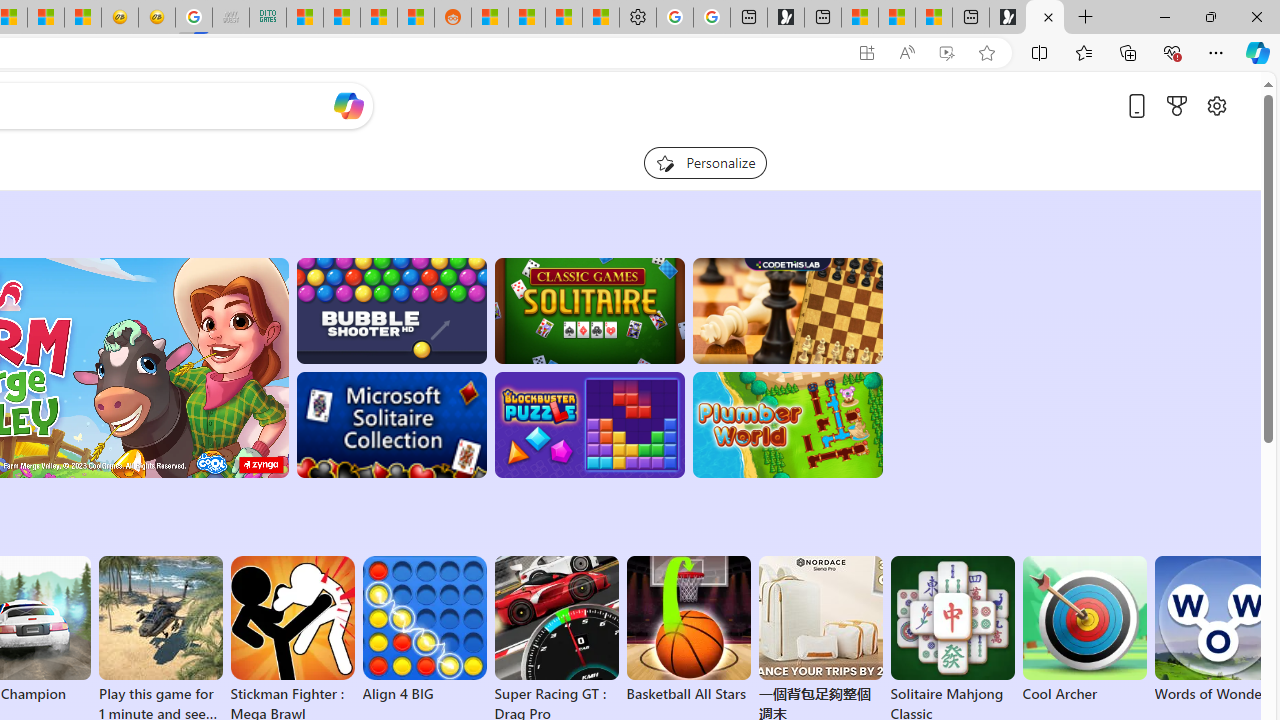 This screenshot has height=720, width=1280. What do you see at coordinates (786, 424) in the screenshot?
I see `'Plumber World'` at bounding box center [786, 424].